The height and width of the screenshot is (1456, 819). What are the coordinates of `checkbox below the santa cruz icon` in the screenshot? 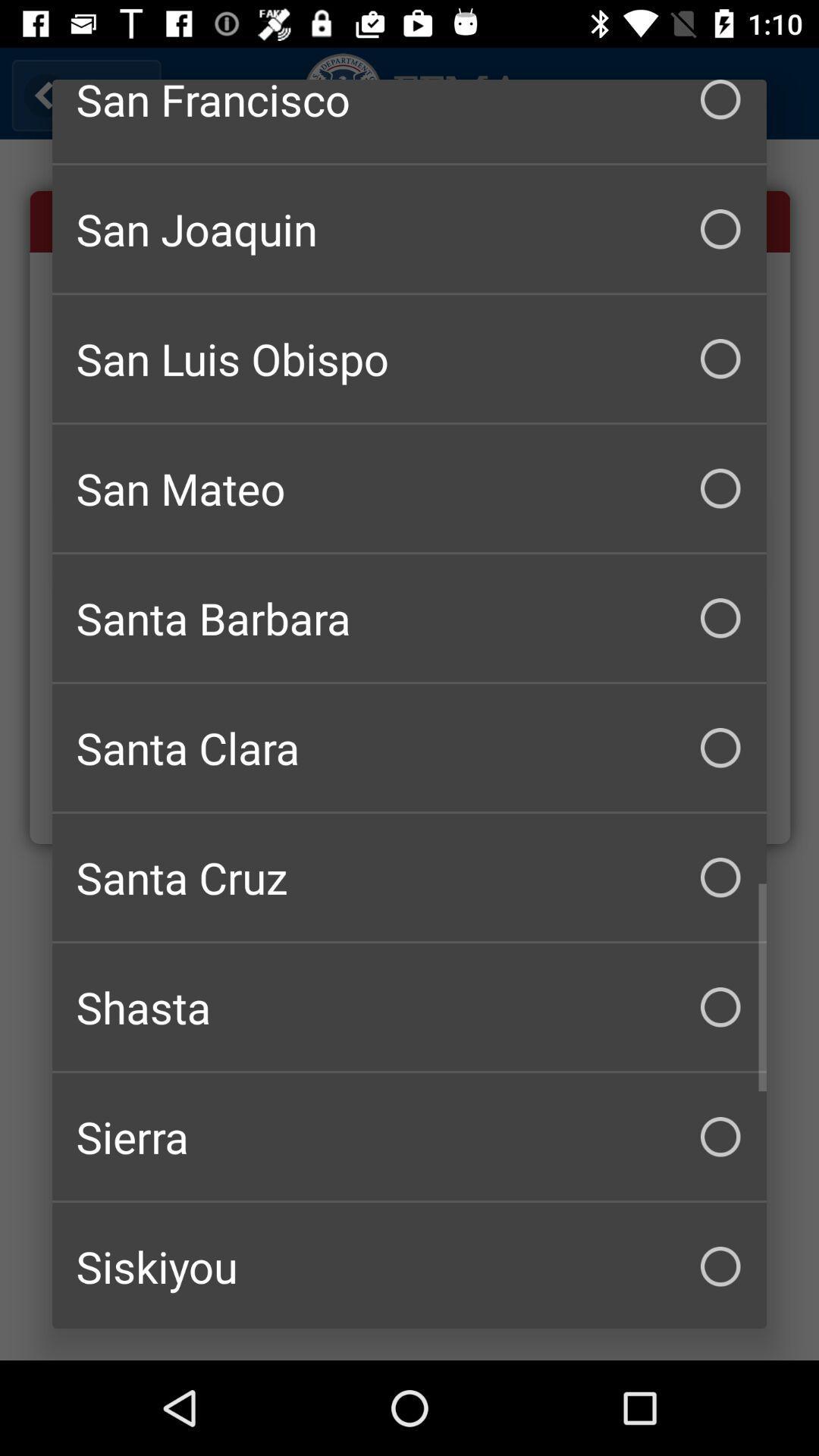 It's located at (409, 1007).